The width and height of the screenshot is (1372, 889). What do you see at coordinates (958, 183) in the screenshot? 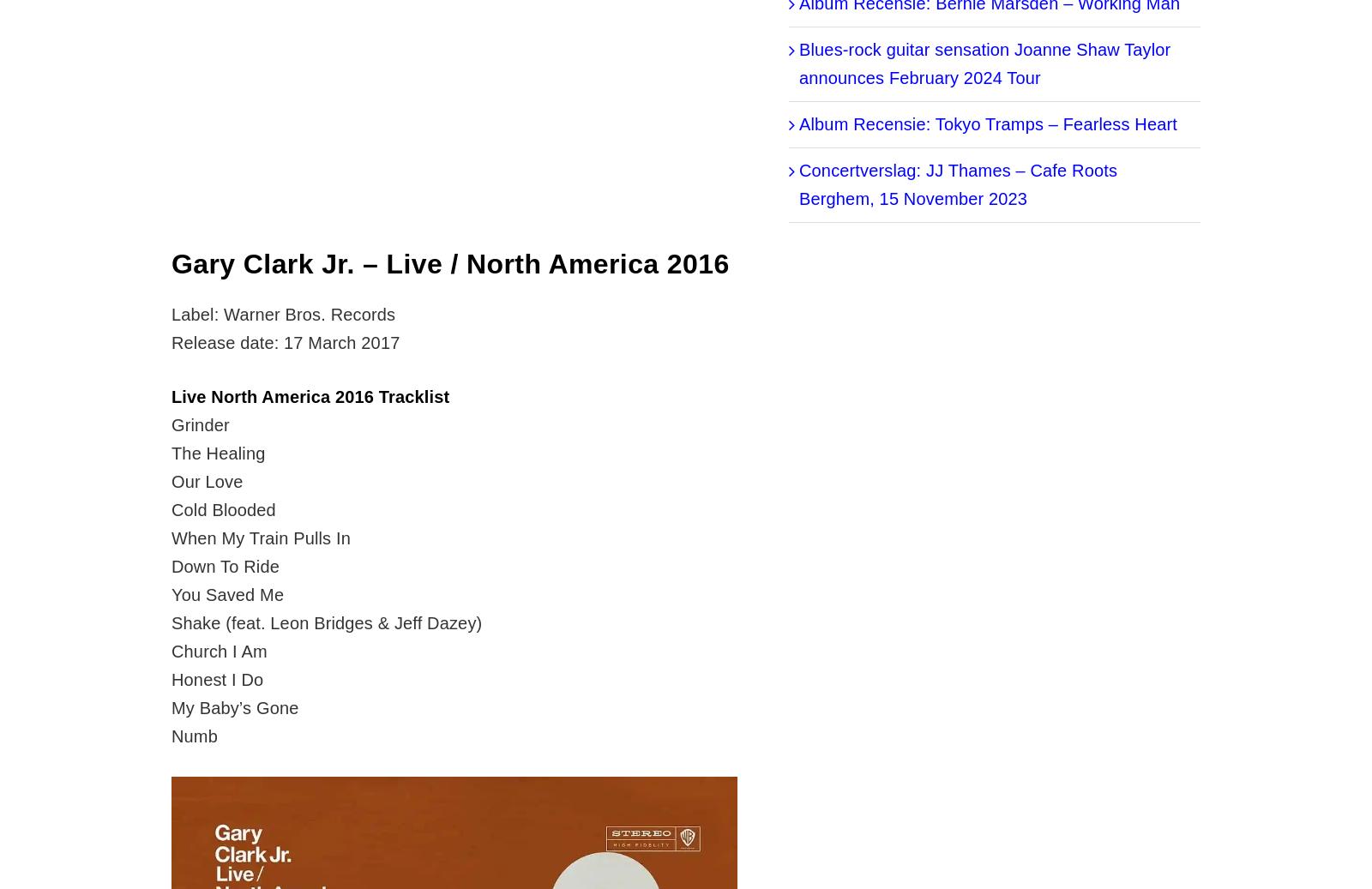
I see `'Concertverslag: JJ Thames – Cafe Roots Berghem, 15 November 2023'` at bounding box center [958, 183].